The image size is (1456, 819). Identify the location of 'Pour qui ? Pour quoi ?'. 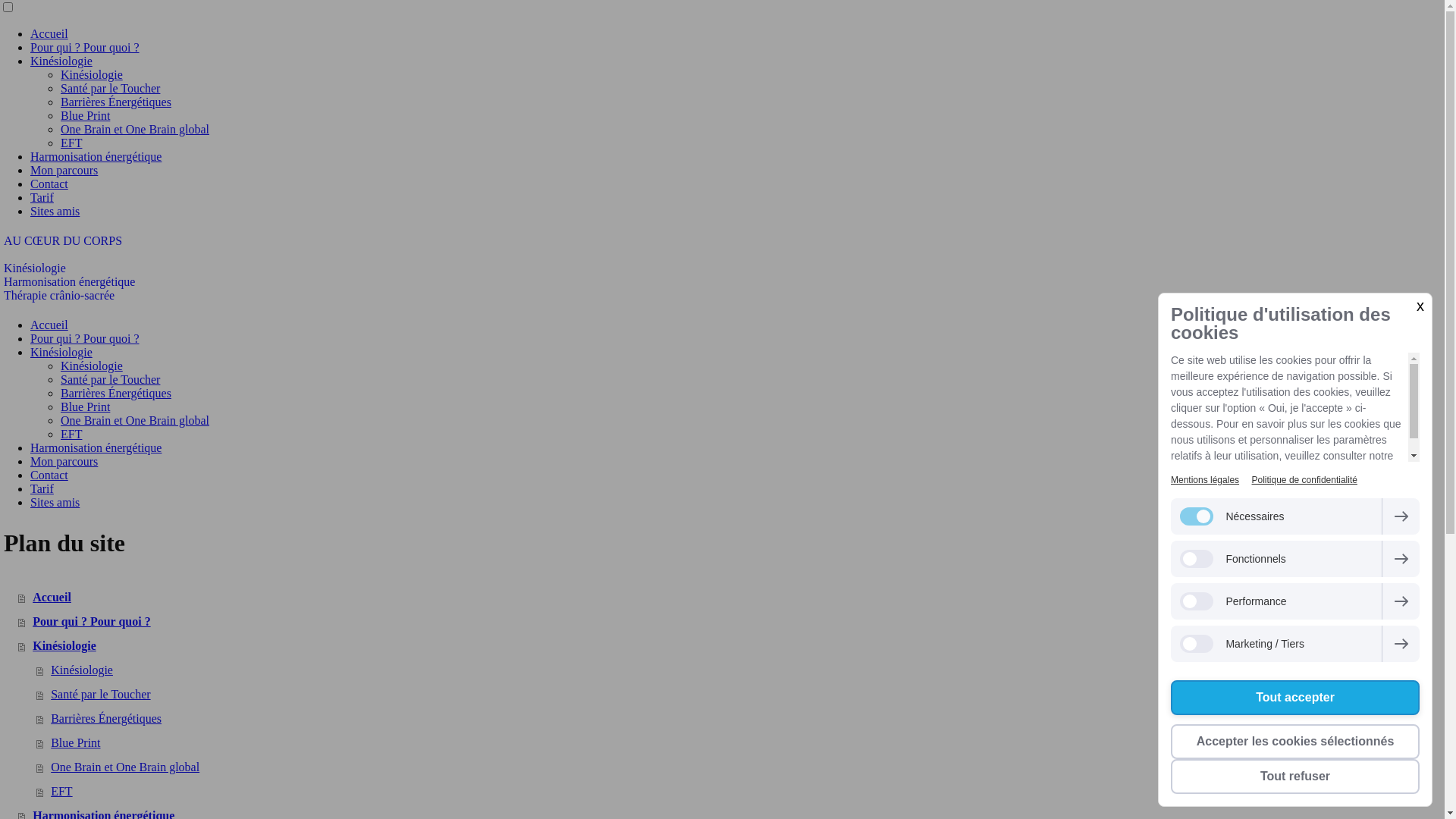
(83, 337).